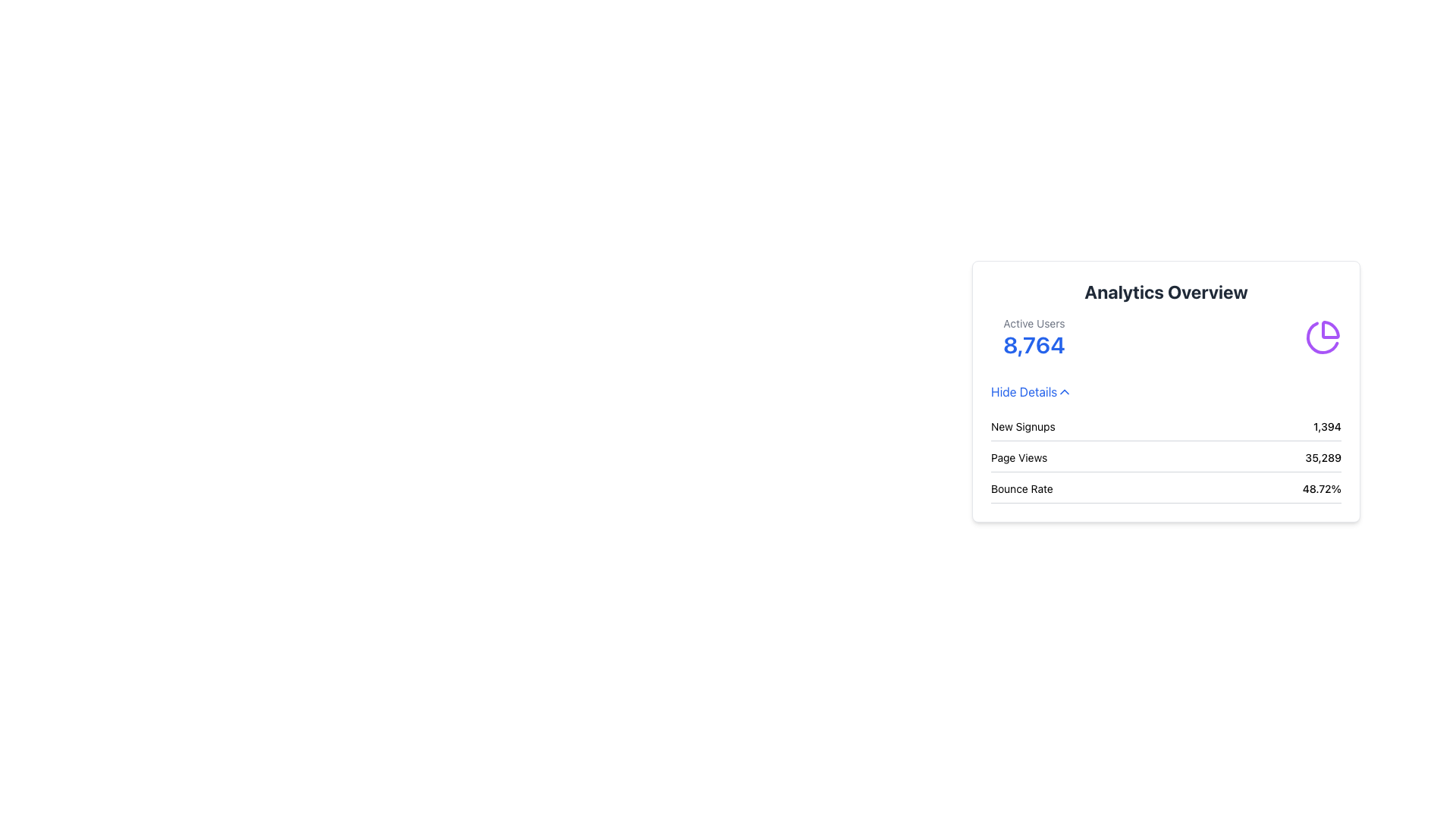  I want to click on information displayed in the 'New Signups' section of the 'Analytics Overview' panel, which shows the value '1,394', so click(1165, 430).